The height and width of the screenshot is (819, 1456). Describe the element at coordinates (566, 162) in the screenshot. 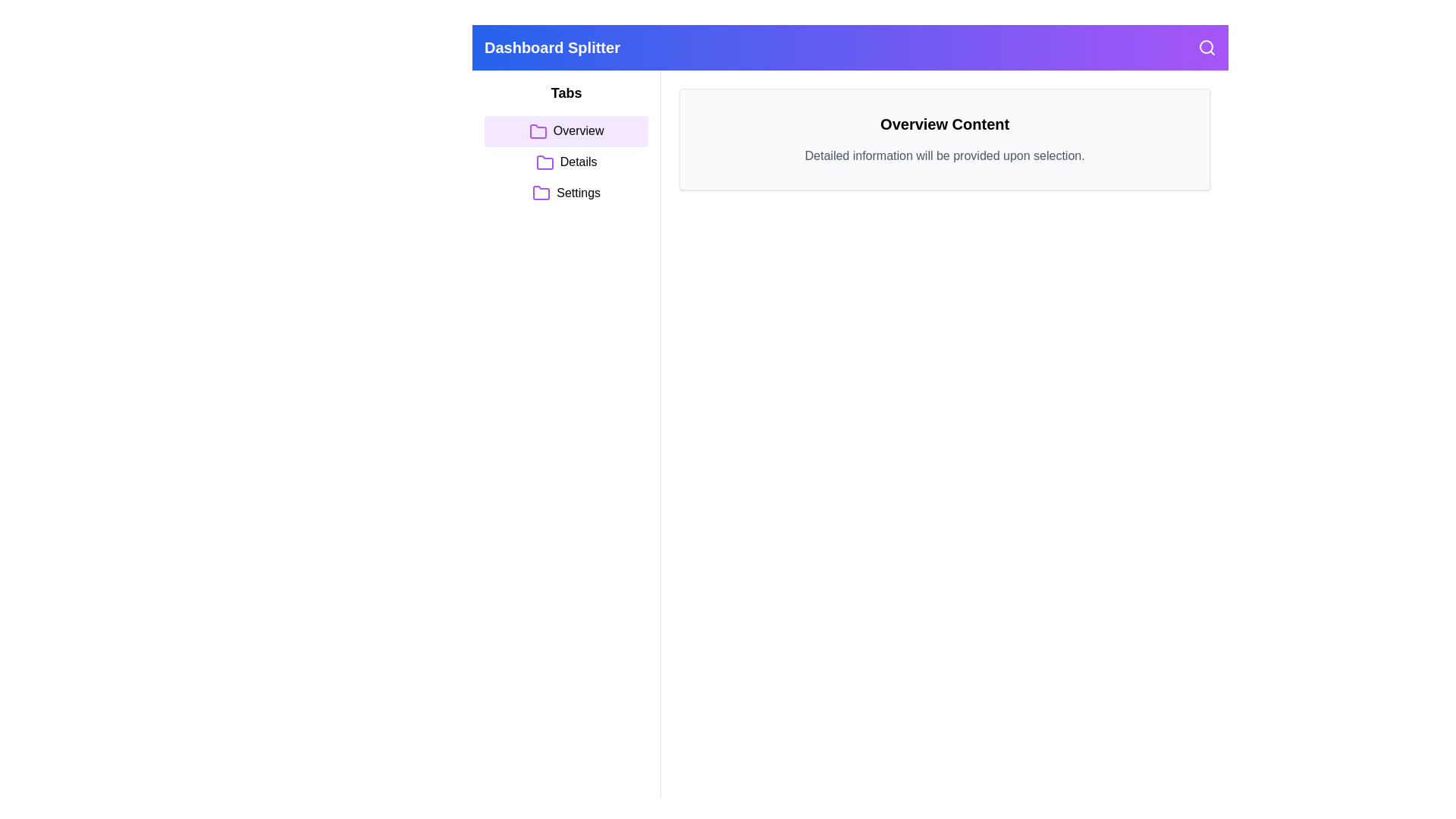

I see `the second item in the vertical menu group located in the left sidebar` at that location.